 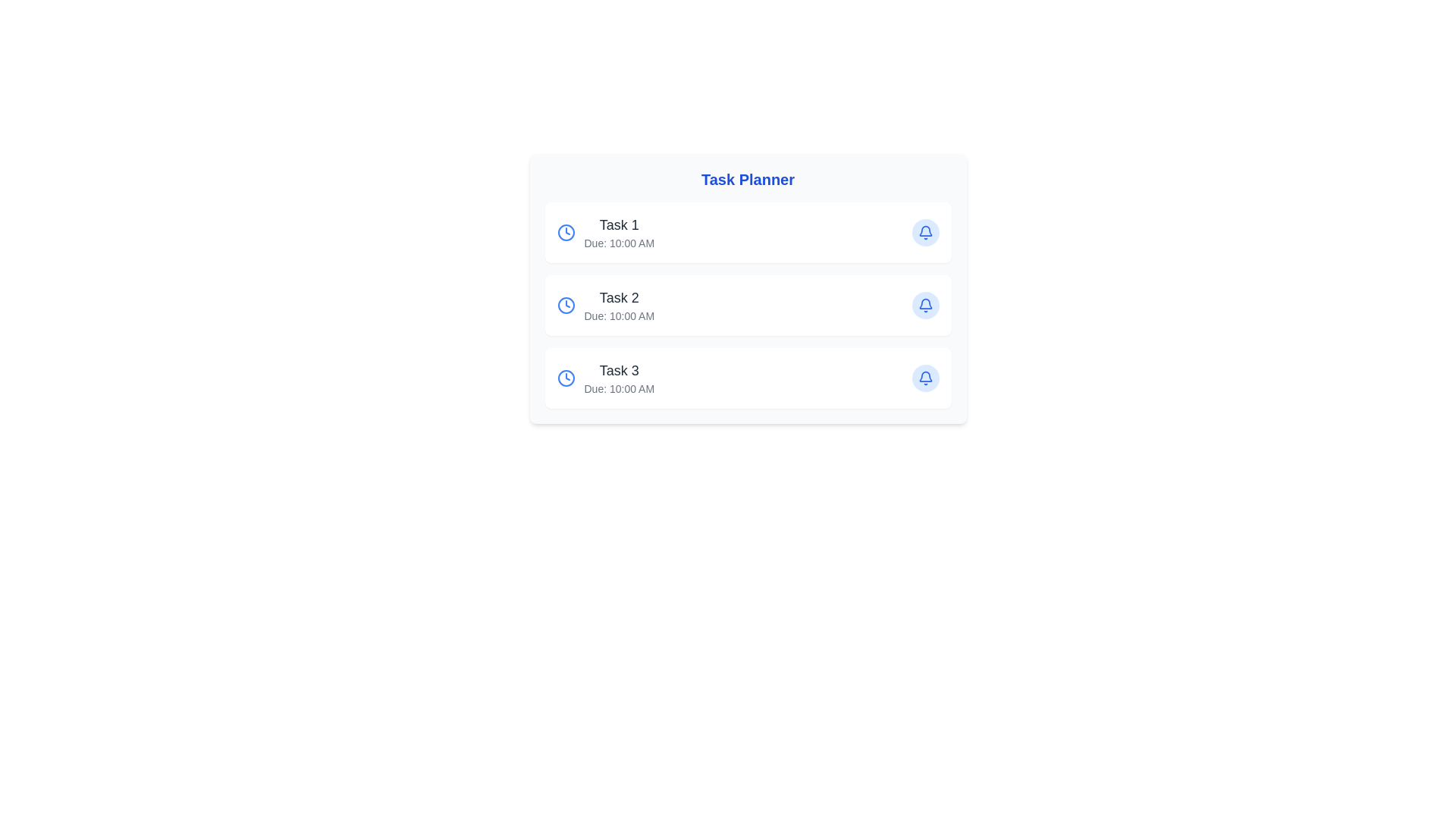 I want to click on the notification toggle button located on the rightmost side of the 'Task 3' card in the task planner interface, so click(x=924, y=377).